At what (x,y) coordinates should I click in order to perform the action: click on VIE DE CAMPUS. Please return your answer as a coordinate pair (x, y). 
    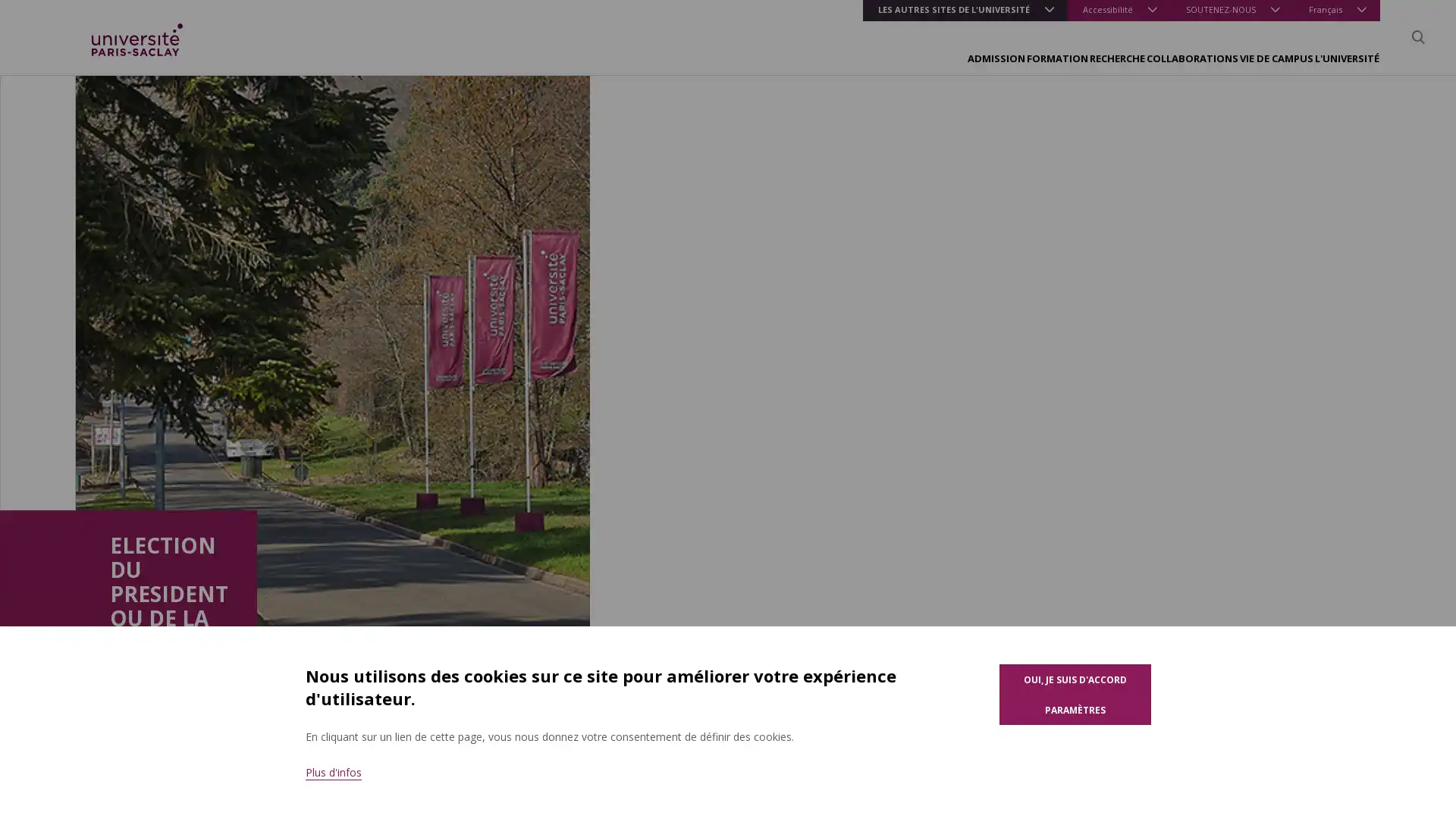
    Looking at the image, I should click on (1210, 52).